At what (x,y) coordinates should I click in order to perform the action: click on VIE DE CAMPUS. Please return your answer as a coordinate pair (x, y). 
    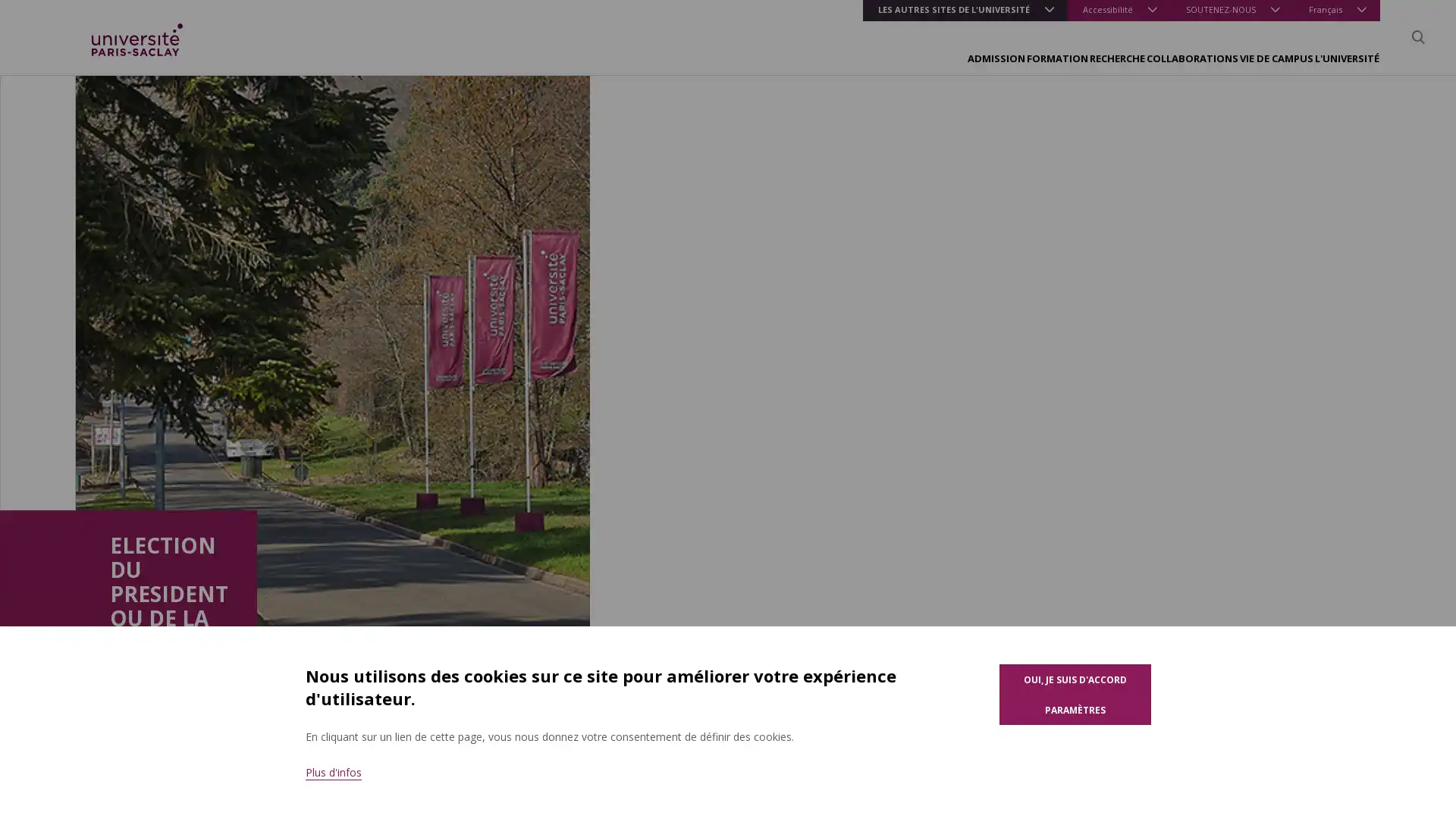
    Looking at the image, I should click on (1210, 52).